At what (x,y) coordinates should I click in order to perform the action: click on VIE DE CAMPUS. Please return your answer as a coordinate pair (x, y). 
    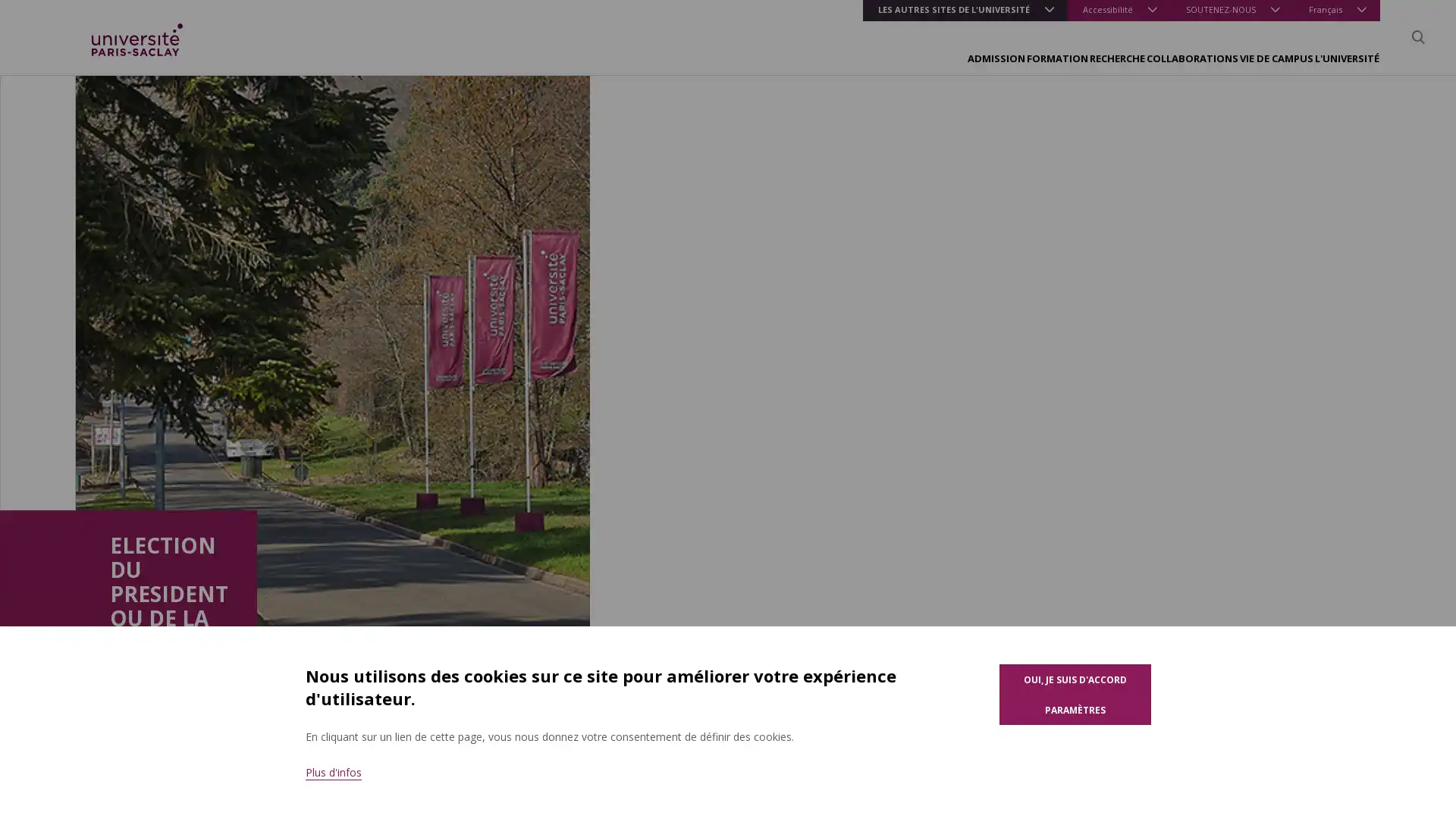
    Looking at the image, I should click on (1210, 52).